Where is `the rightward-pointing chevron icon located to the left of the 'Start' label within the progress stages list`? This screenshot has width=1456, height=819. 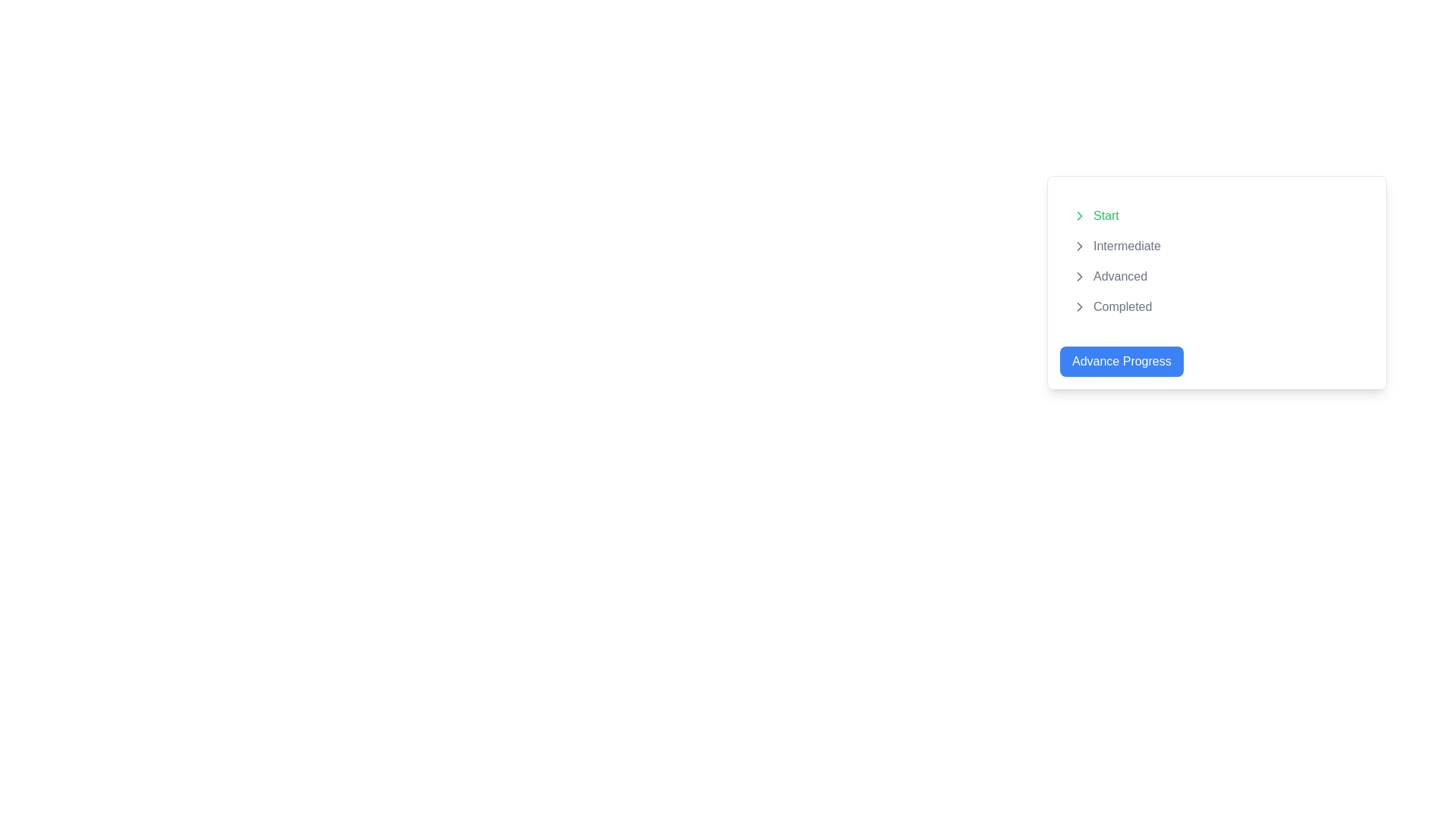
the rightward-pointing chevron icon located to the left of the 'Start' label within the progress stages list is located at coordinates (1079, 216).